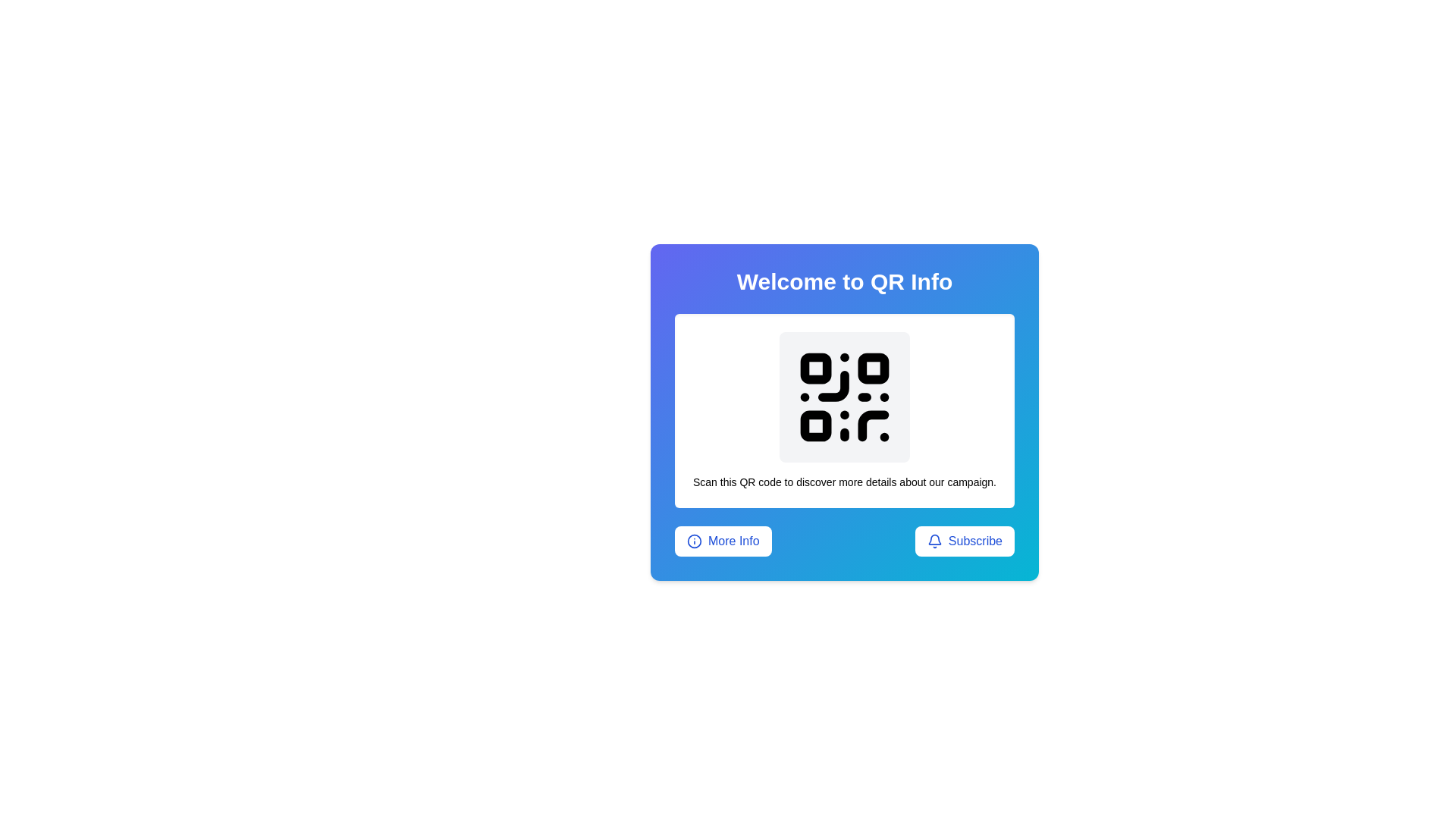 This screenshot has height=819, width=1456. Describe the element at coordinates (843, 482) in the screenshot. I see `the text block displaying the message 'Scan this QR code to discover more details about our campaign.' which is located directly below the QR code image` at that location.